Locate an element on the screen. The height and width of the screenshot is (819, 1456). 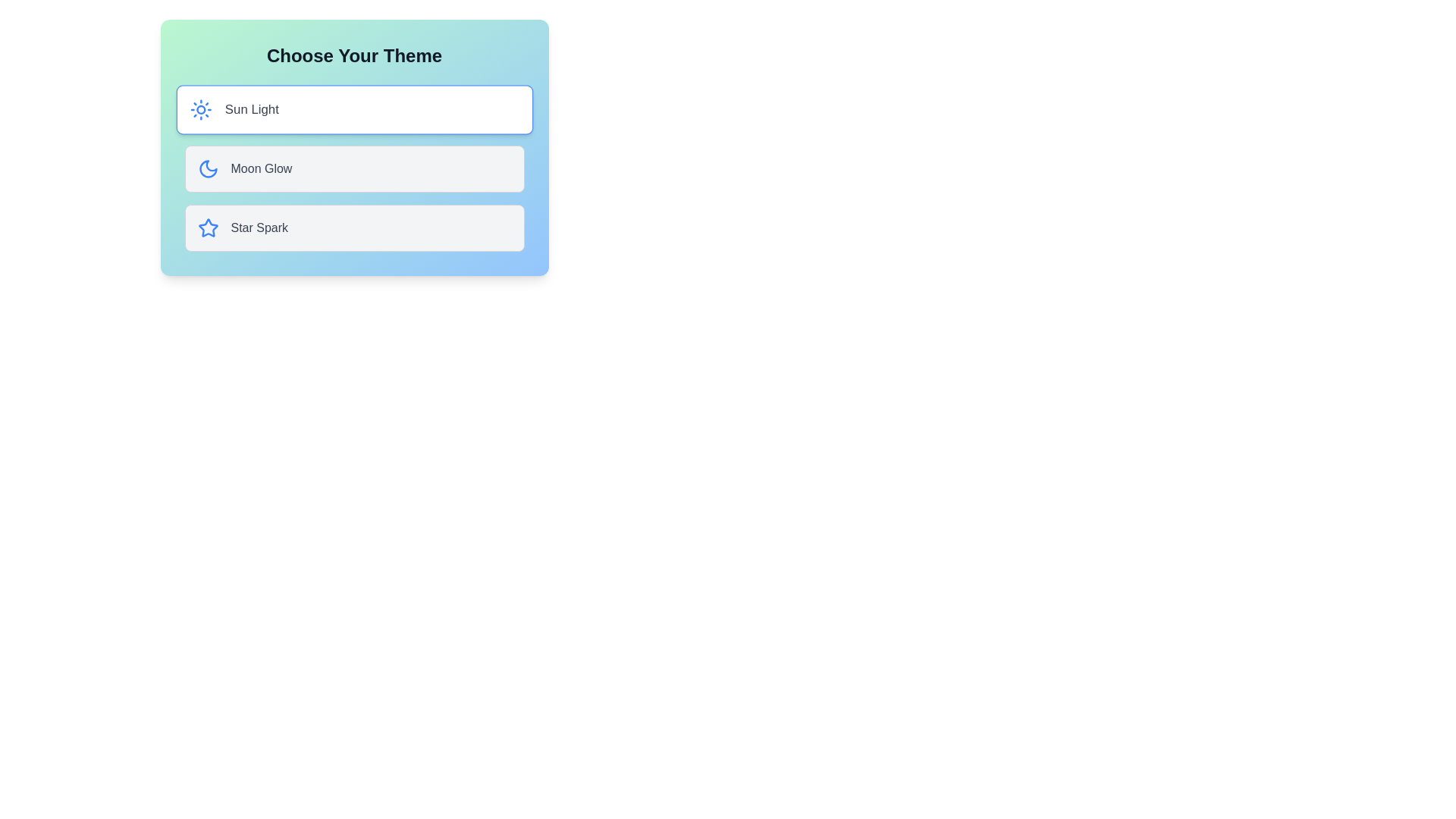
text label that displays 'Star Spark', which is styled in gray and located to the right of a star icon within a rounded rectangle under the 'Choose Your Theme' heading is located at coordinates (259, 227).